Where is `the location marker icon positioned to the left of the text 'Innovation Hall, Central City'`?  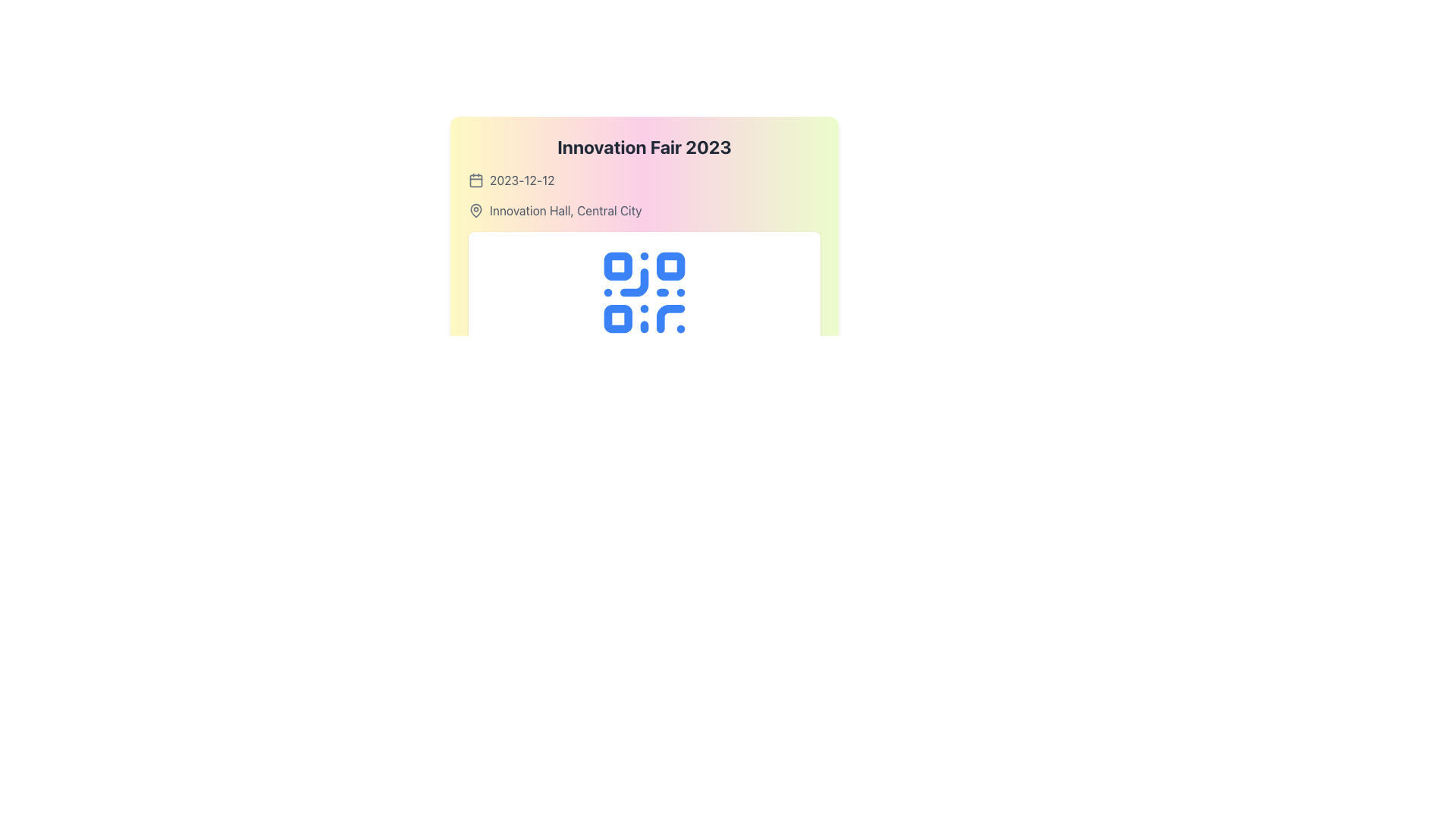
the location marker icon positioned to the left of the text 'Innovation Hall, Central City' is located at coordinates (475, 210).